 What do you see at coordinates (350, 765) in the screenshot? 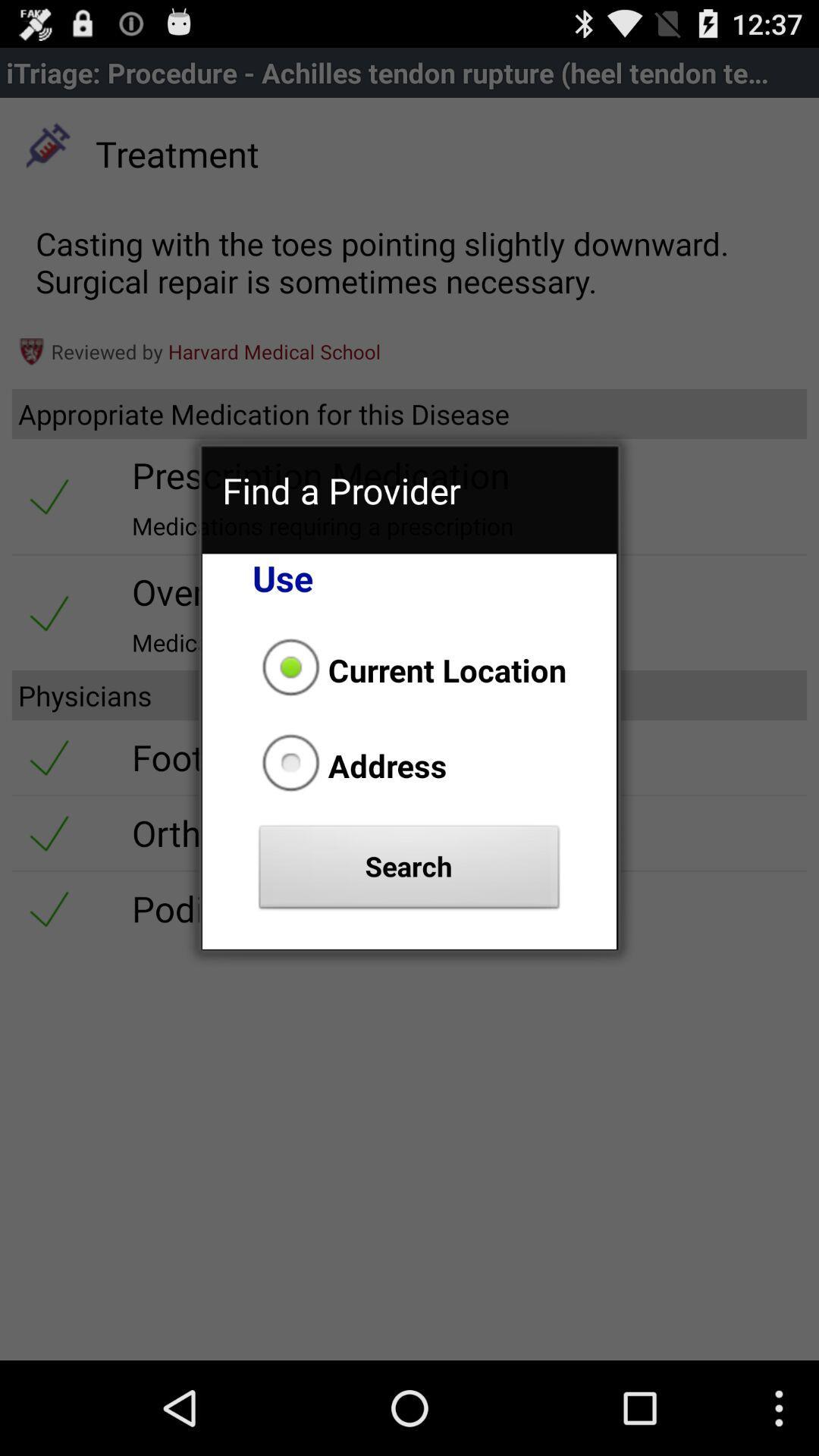
I see `button above the search icon` at bounding box center [350, 765].